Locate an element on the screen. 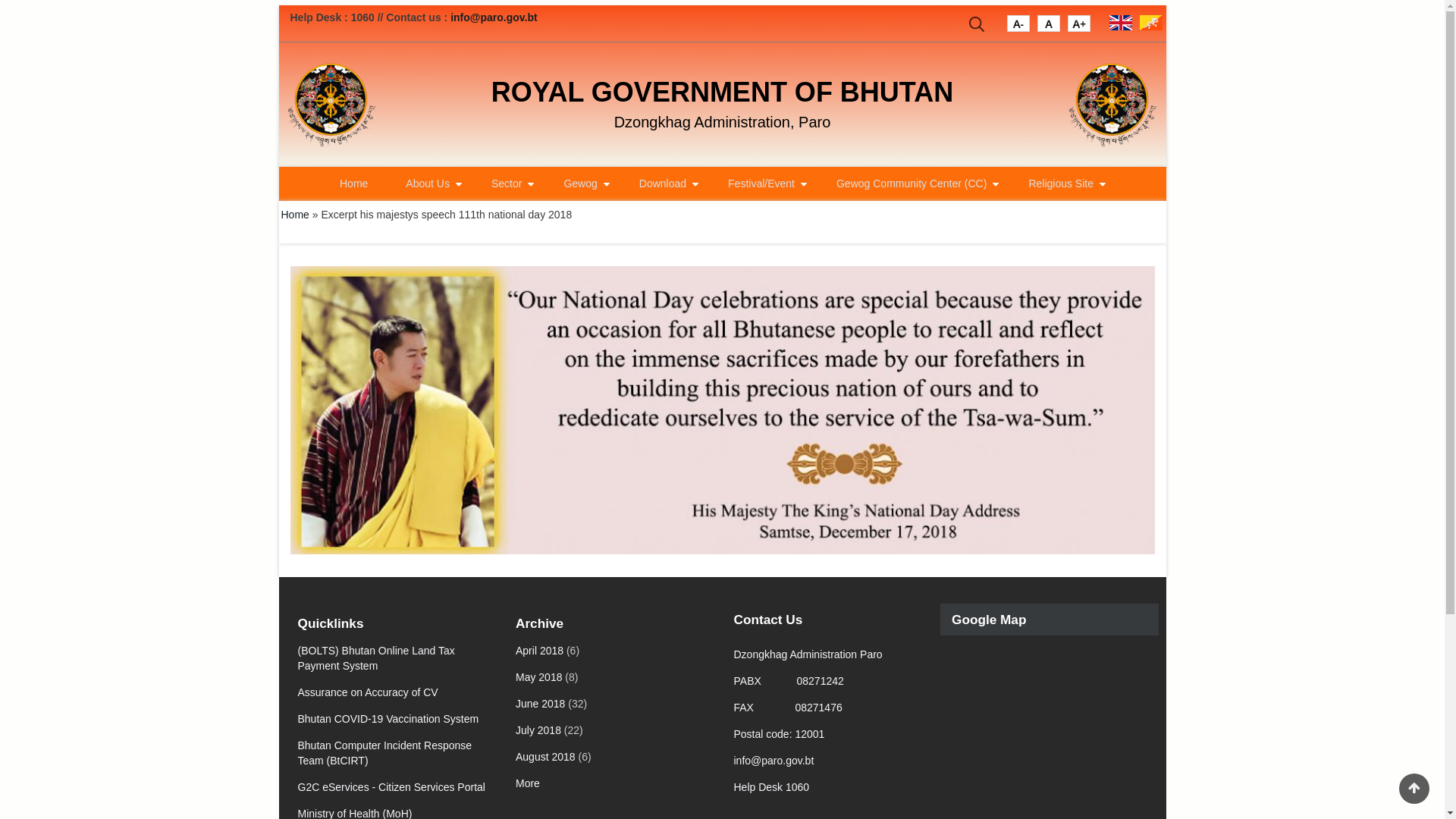 The height and width of the screenshot is (819, 1456). 'Assurance on Accuracy of CV' is located at coordinates (367, 692).